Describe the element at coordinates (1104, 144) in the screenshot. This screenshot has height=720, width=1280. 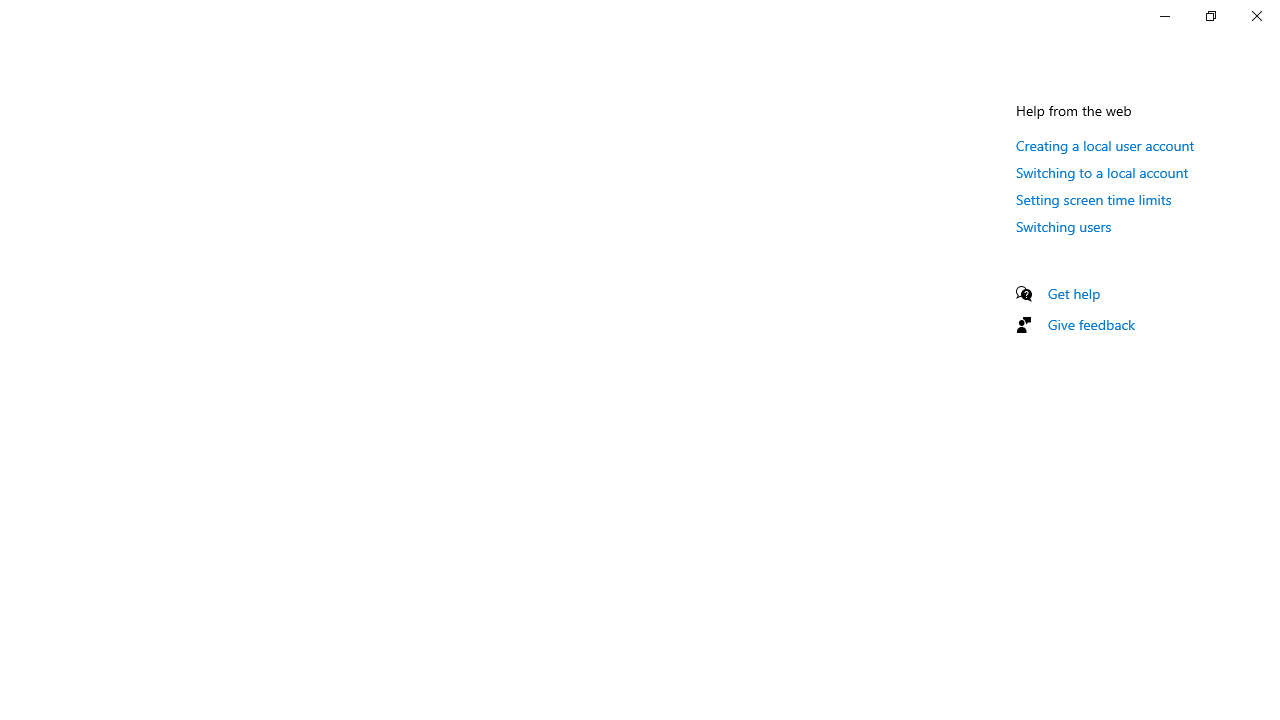
I see `'Creating a local user account'` at that location.